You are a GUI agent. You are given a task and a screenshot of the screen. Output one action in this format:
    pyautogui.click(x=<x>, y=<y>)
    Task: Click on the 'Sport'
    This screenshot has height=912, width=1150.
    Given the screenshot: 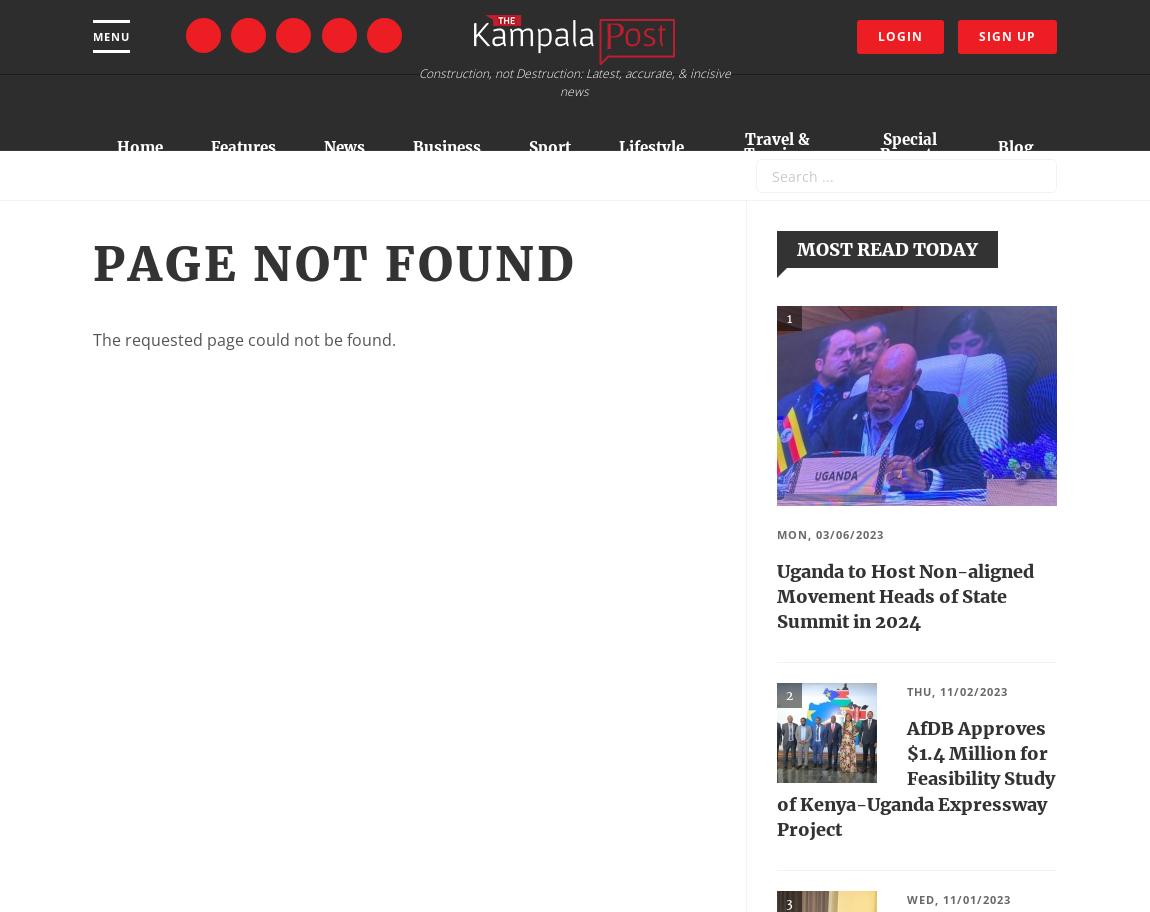 What is the action you would take?
    pyautogui.click(x=550, y=145)
    